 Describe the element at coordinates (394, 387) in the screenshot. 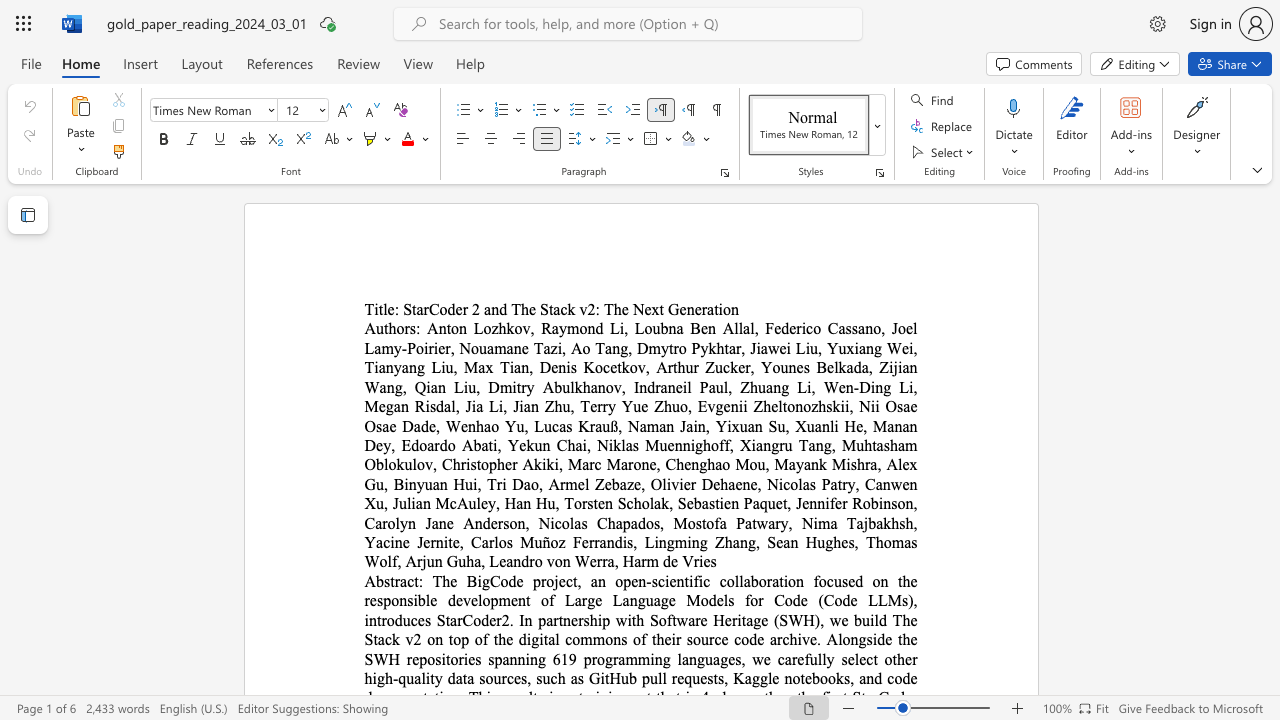

I see `the subset text "g, Qian Liu, Dmitry Abulkhanov, Indraneil Paul, Zhuang Li, Wen-Ding Li, Megan Risdal, Jia Li, Jian Zhu, Te" within the text "Anton Lozhkov, Raymond Li, Loubna Ben Allal, Federico Cassano, Joel Lamy-Poirier, Nouamane Tazi, Ao Tang, Dmytro Pykhtar, Jiawei Liu, Yuxiang Wei, Tianyang Liu, Max Tian, Denis Kocetkov, Arthur Zucker, Younes Belkada, Zijian Wang, Qian Liu, Dmitry Abulkhanov, Indraneil Paul, Zhuang Li, Wen-Ding Li, Megan Risdal, Jia Li, Jian Zhu, Terry Yue Zhuo, Evgenii Zheltonozhskii, Nii Osae Osae Dade, Wenhao Yu, Lucas Krauß, Naman Jain, Yixuan Su, Xuanli He, Manan Dey, Edoardo Abati, Yekun Chai, Niklas Muennighoff, Xiangru Tang, Muhtasham Oblokulov, Christopher Akiki, Marc Marone, Chenghao Mou, Mayank Mishra, Alex Gu, Binyuan Hui, Tri Dao, Armel Zebaze, Olivier Dehaene, Nicolas Patry, Canwen Xu, Julian McAuley, Han Hu, Torsten Scholak, Sebastien Paquet, Jennifer Robinson, Carolyn Jane Anderson, Nicolas Chapados, Mostofa Patwary, Nima Tajbakhsh, Yacine Jernite, Carlos Muñoz Ferrandis, Lingming Zhang, Sean Hughes, Thomas Wolf, Arjun Guha, Leandro von Werra, Harm de Vries"` at that location.